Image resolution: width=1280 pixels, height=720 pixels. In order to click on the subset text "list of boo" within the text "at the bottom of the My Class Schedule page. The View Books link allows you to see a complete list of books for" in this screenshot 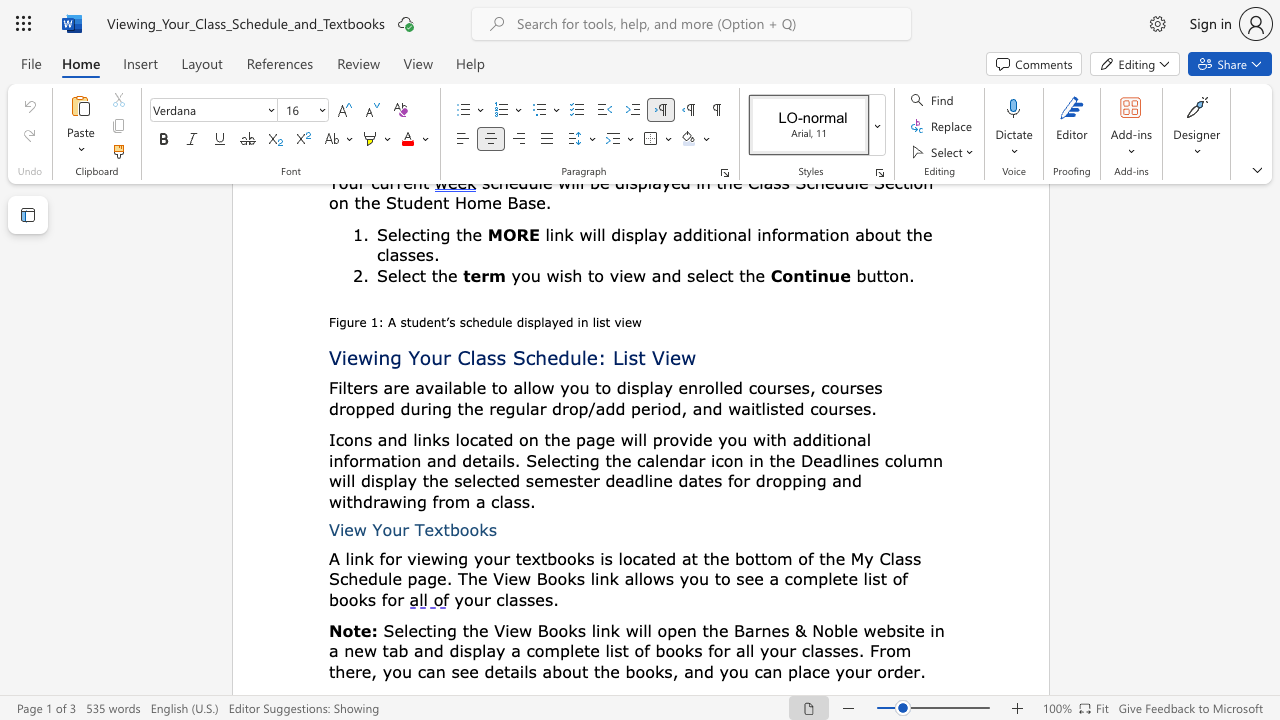, I will do `click(863, 578)`.